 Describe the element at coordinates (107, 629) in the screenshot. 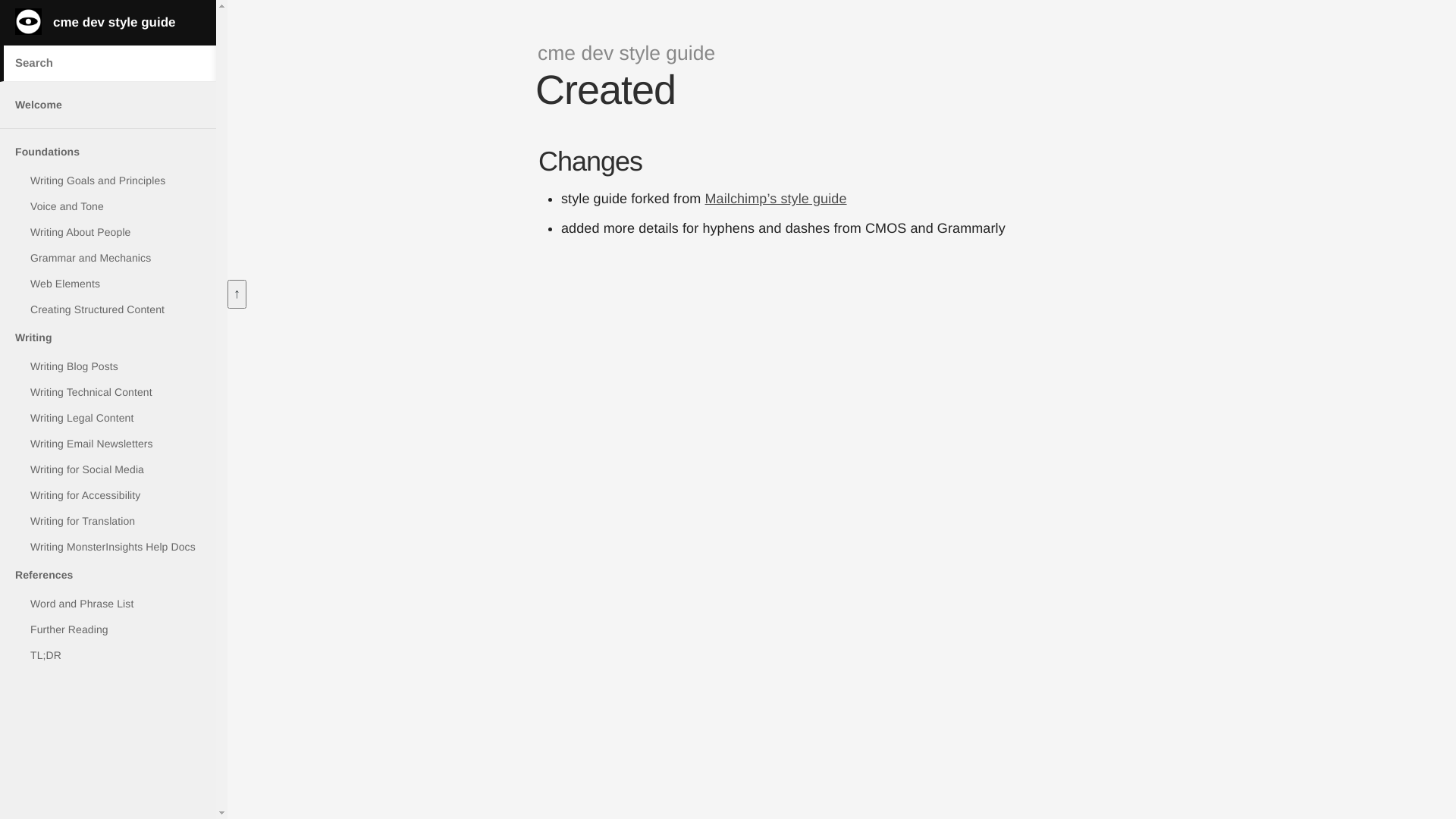

I see `'Further Reading'` at that location.